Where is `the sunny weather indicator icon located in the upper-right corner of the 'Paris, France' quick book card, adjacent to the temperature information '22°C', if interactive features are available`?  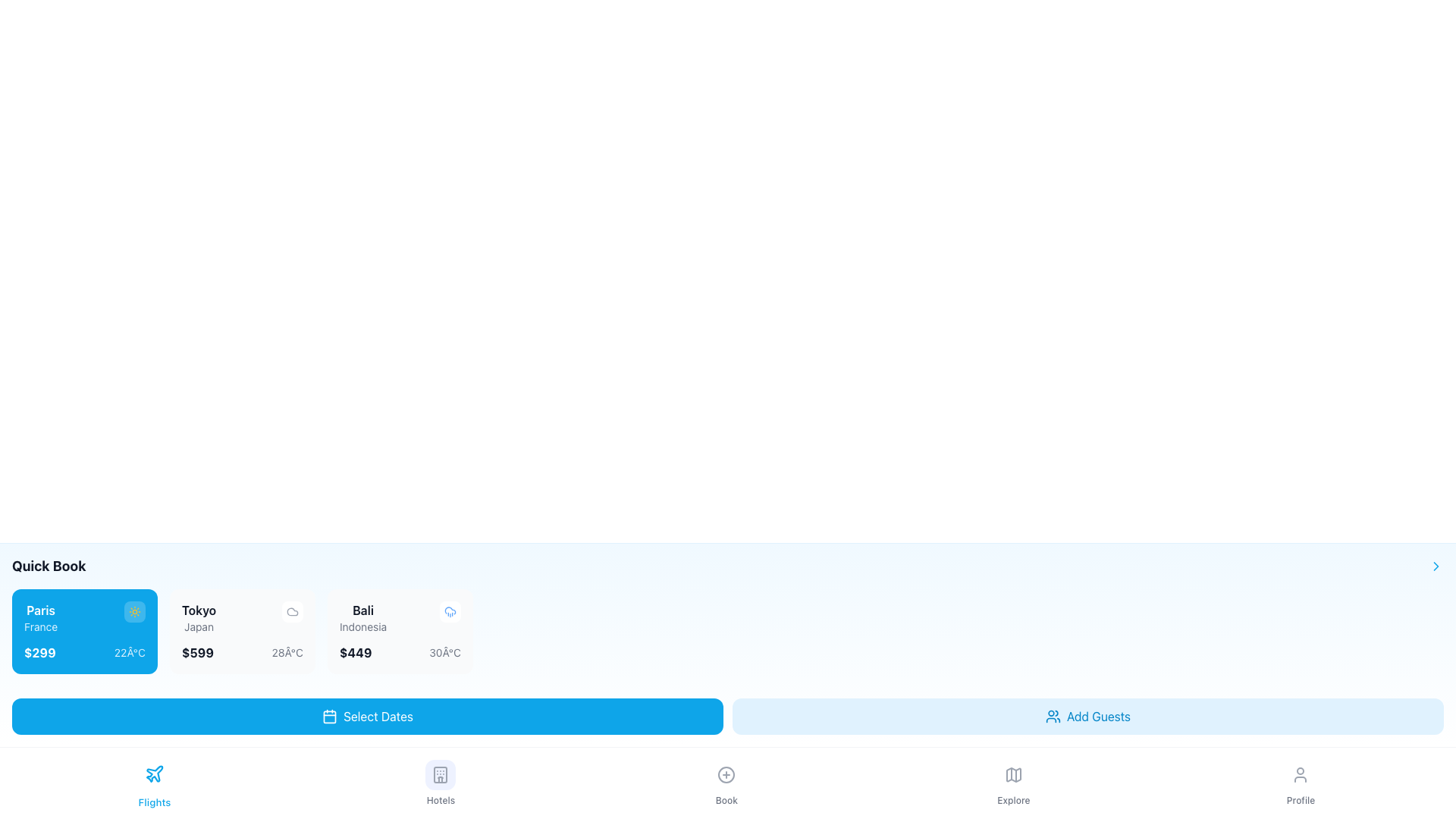
the sunny weather indicator icon located in the upper-right corner of the 'Paris, France' quick book card, adjacent to the temperature information '22°C', if interactive features are available is located at coordinates (134, 610).